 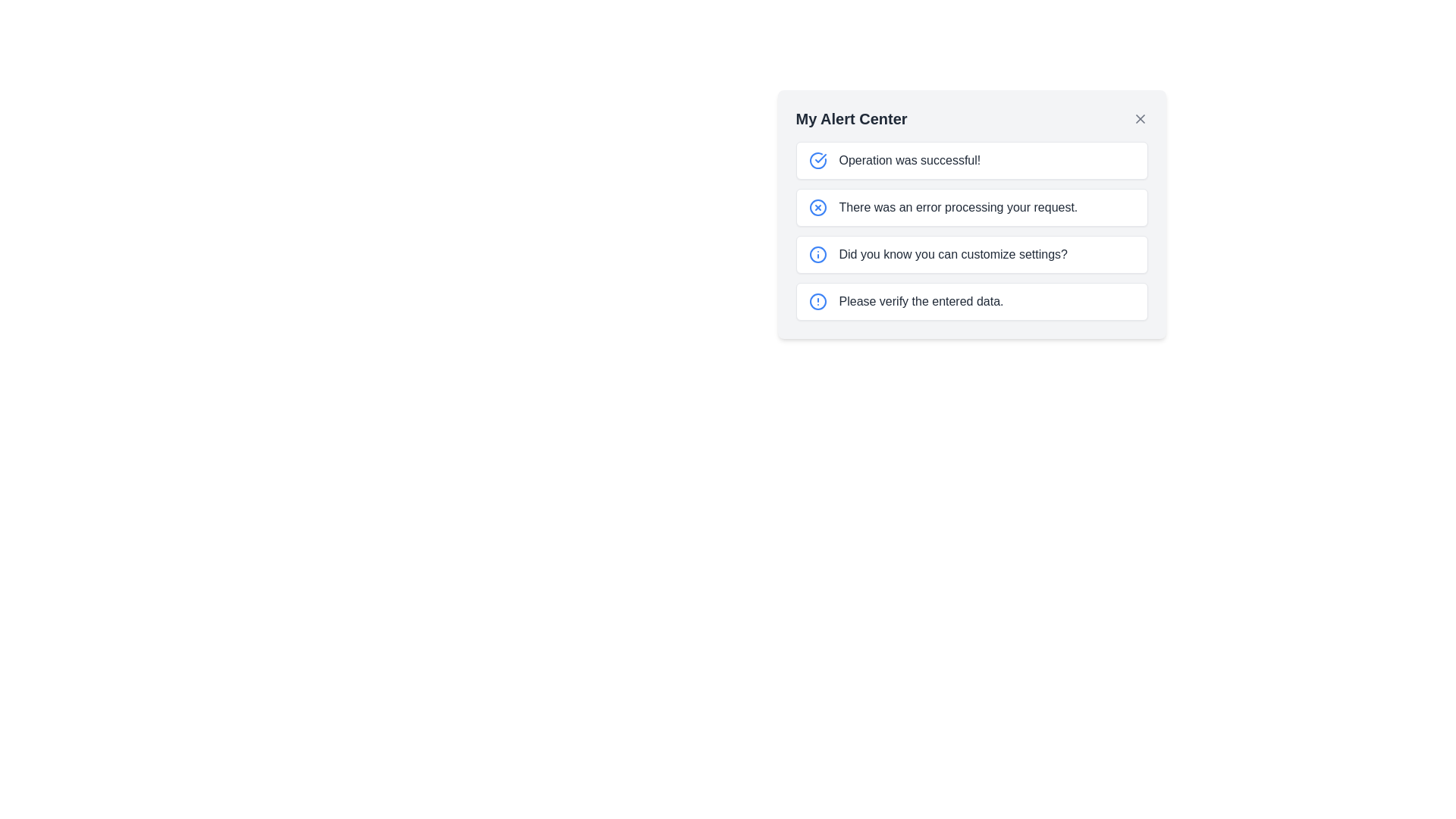 I want to click on the Informational card that contains the message 'Did you know you can customize settings?' in the 'My Alert Center' section, so click(x=971, y=253).